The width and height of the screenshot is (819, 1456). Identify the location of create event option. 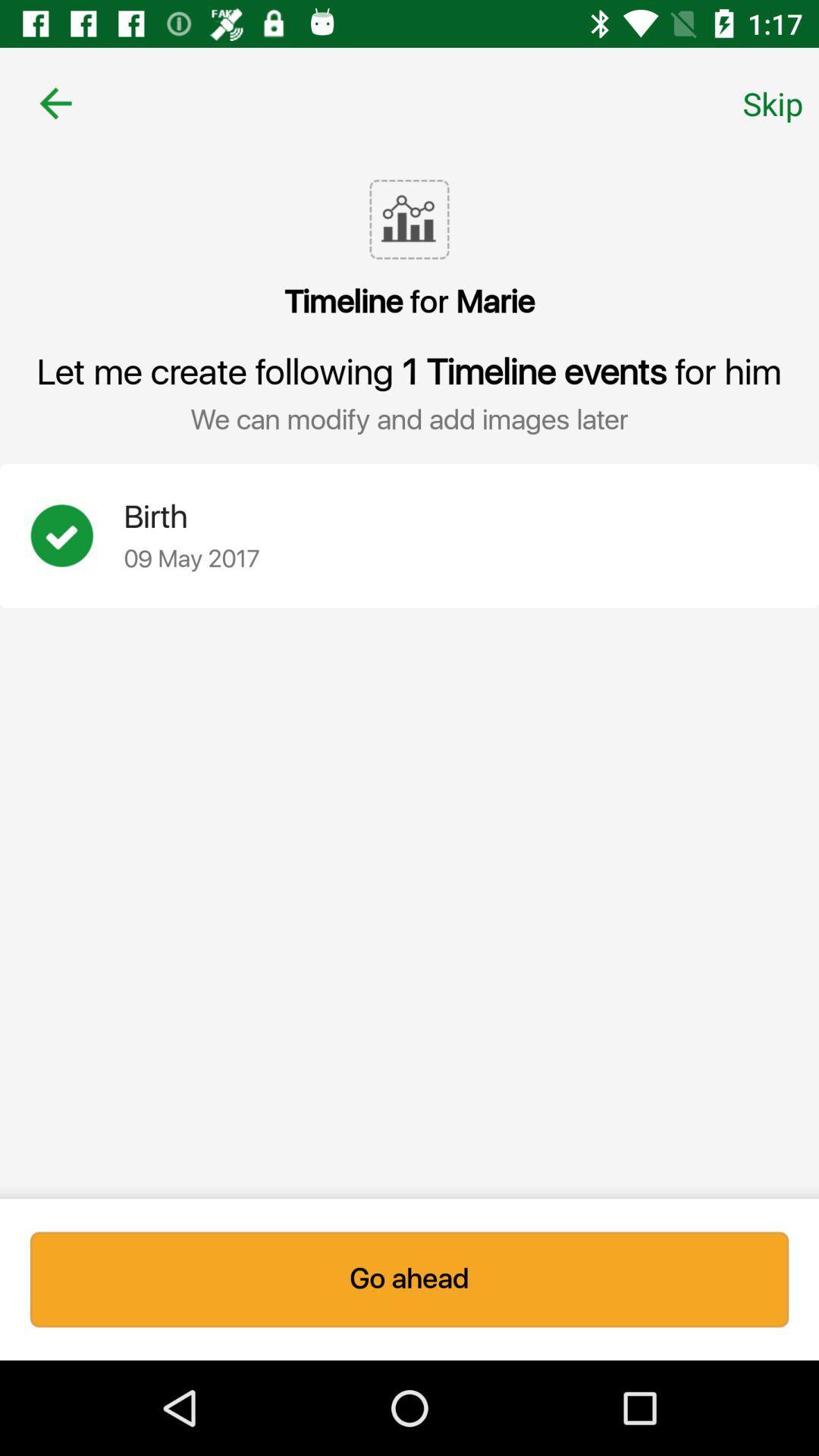
(77, 535).